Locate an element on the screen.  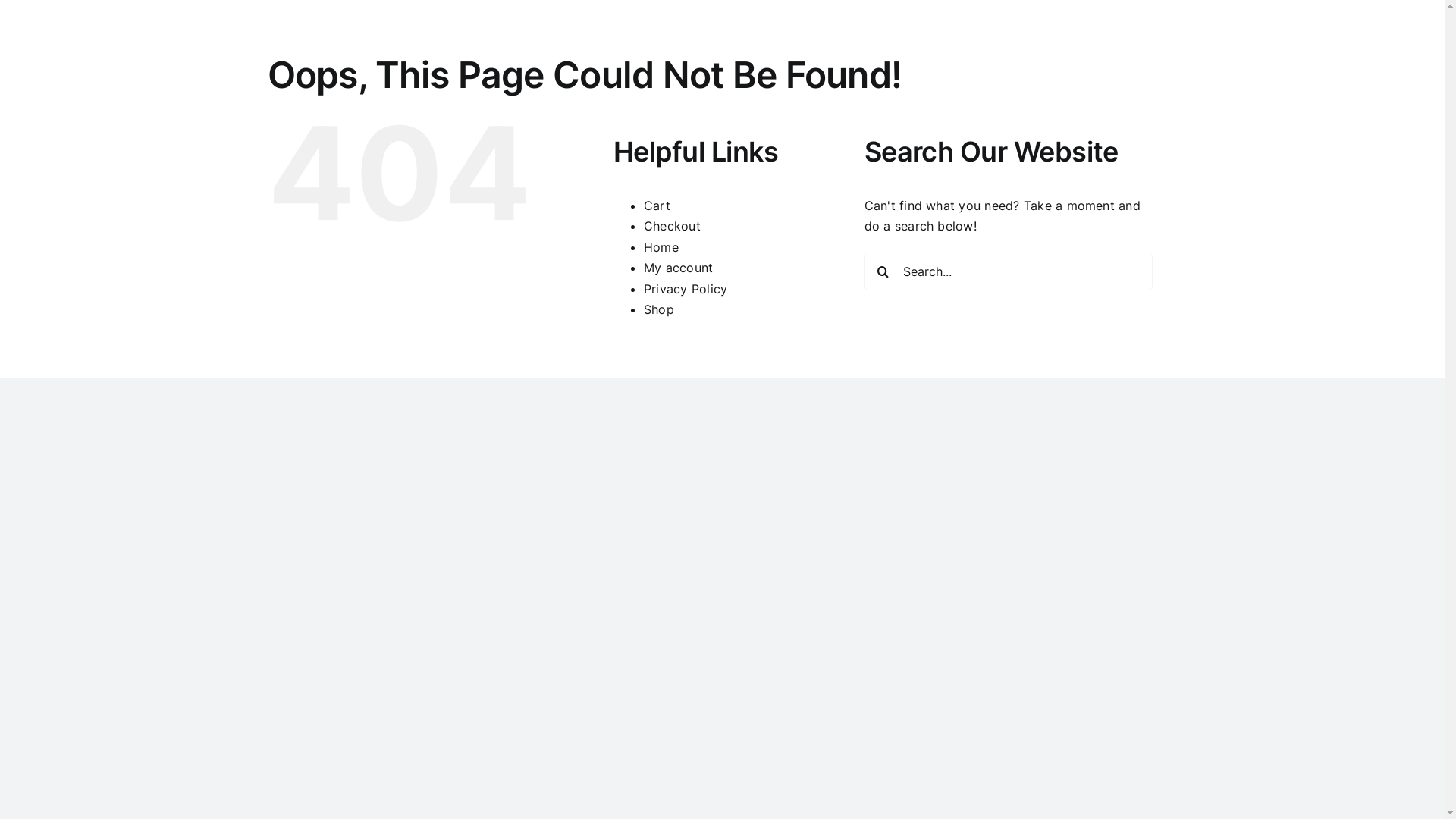
'Privacy Policy' is located at coordinates (684, 289).